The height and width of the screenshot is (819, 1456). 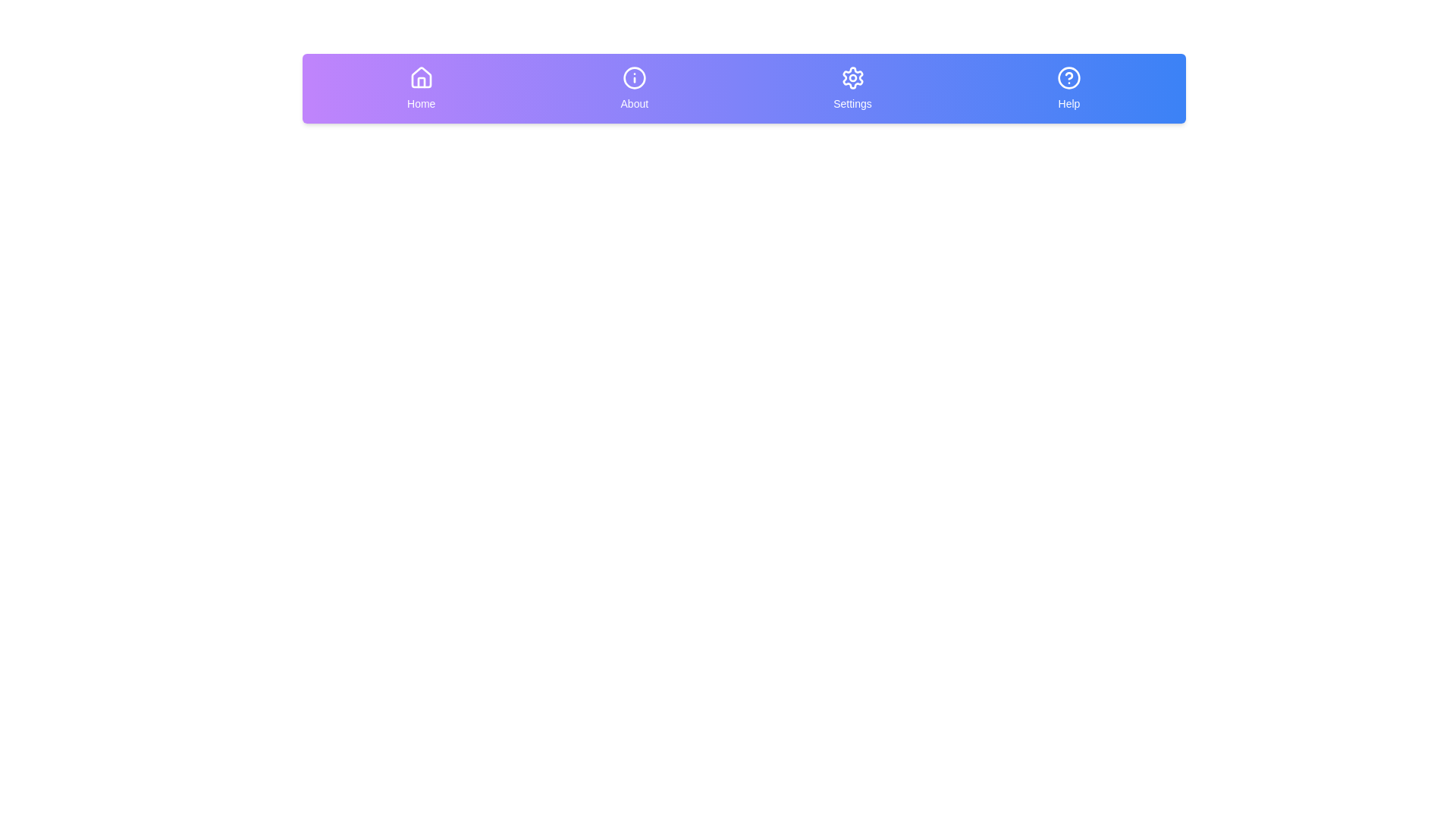 I want to click on the 'Home' icon in the top navigation menu, which is the first button from the left and is associated with the text 'Home', so click(x=421, y=77).